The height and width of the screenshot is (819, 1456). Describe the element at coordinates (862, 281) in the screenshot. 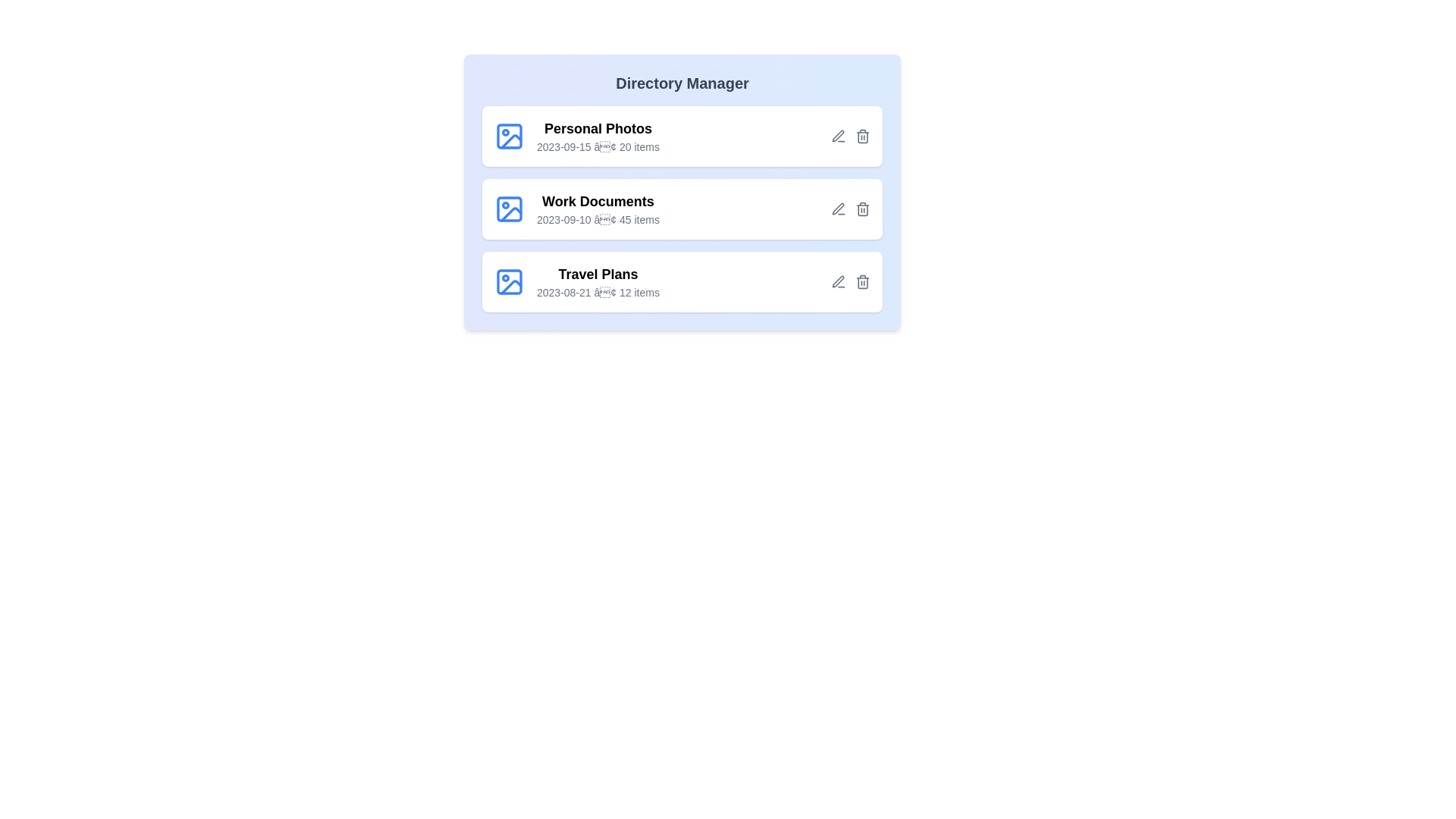

I see `the delete icon for the directory named Travel Plans` at that location.